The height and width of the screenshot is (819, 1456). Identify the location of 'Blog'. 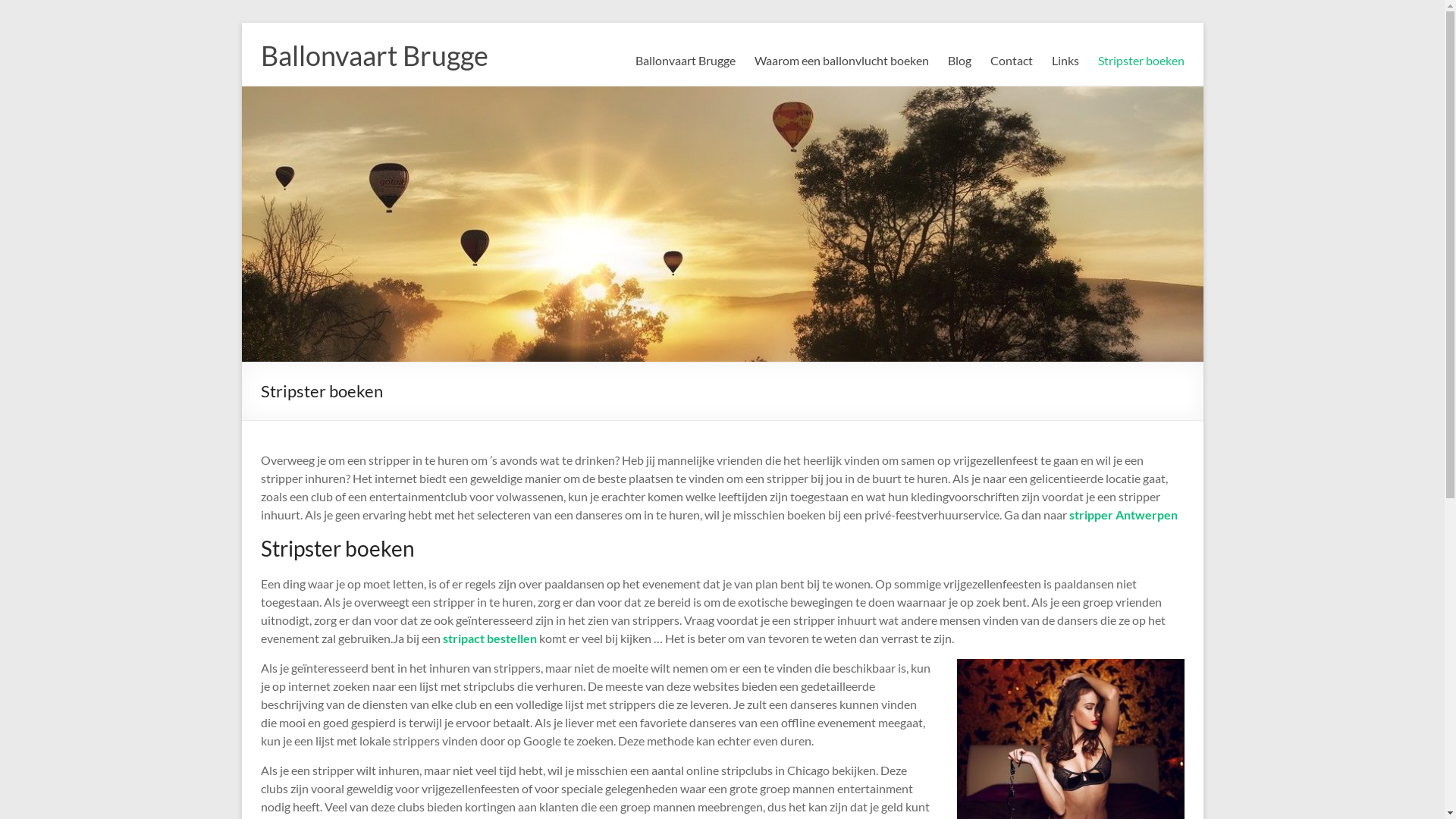
(946, 60).